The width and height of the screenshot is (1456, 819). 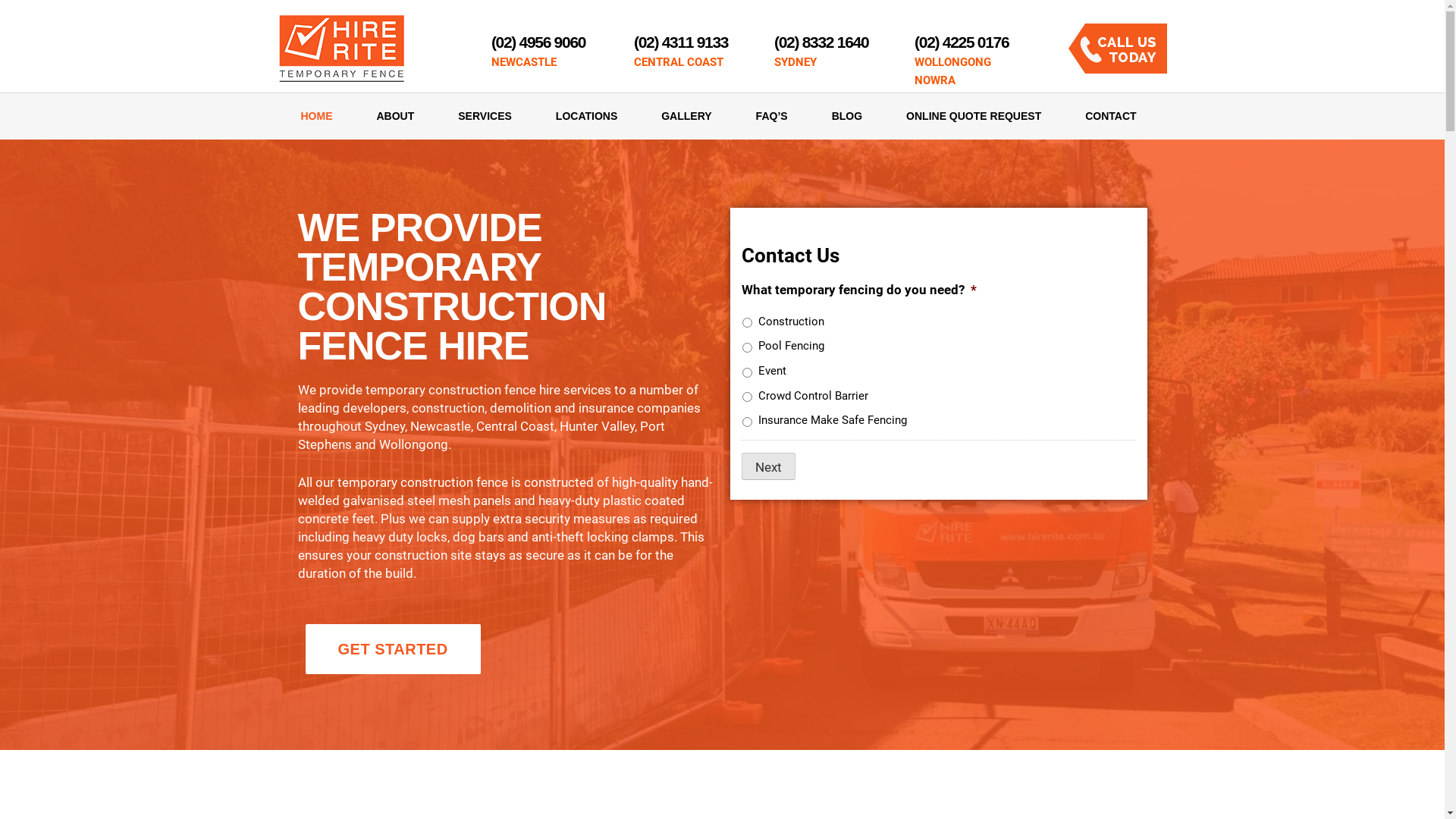 I want to click on 'CONTACT', so click(x=1099, y=115).